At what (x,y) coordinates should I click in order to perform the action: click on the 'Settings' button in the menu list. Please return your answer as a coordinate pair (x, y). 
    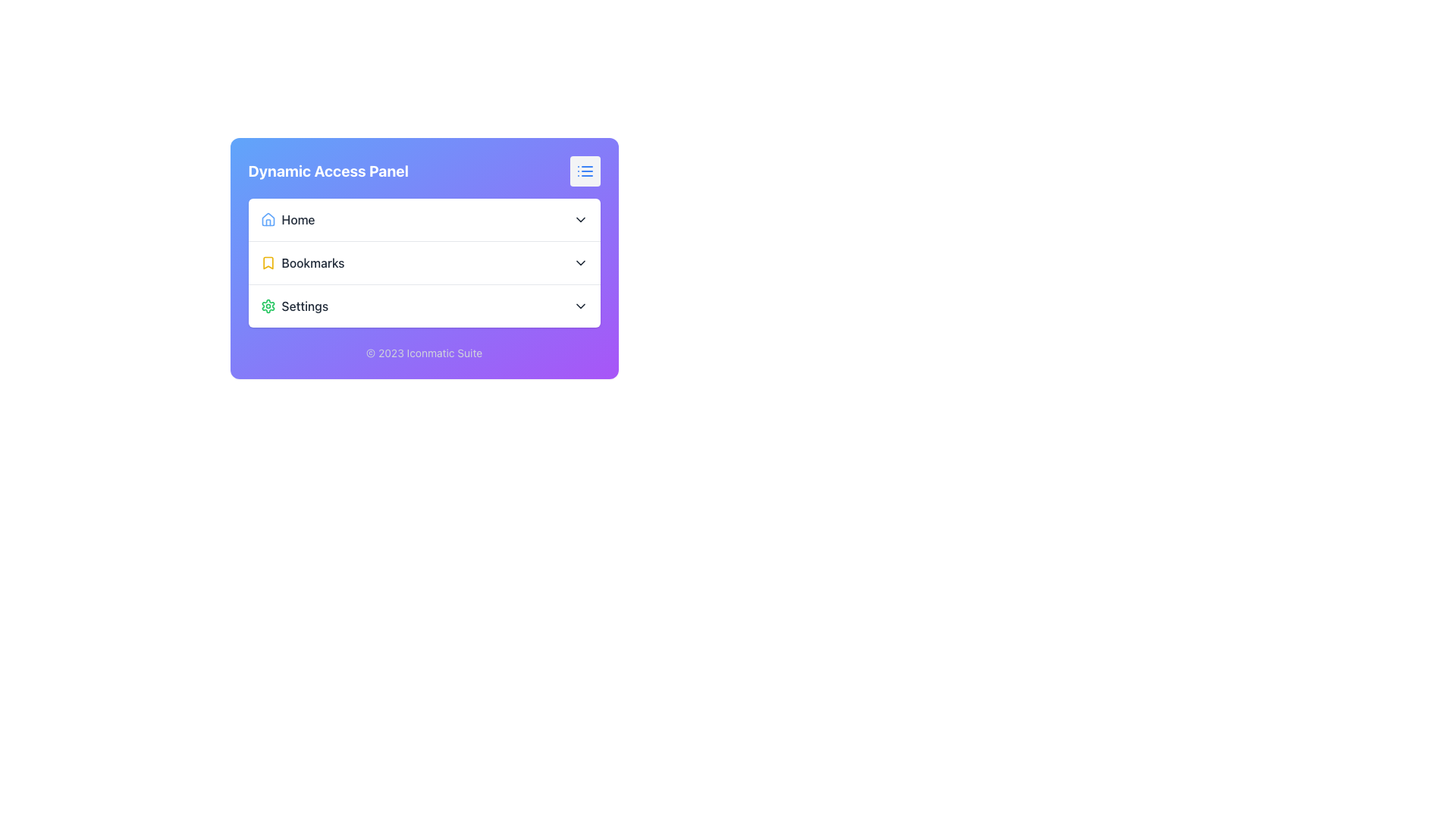
    Looking at the image, I should click on (424, 306).